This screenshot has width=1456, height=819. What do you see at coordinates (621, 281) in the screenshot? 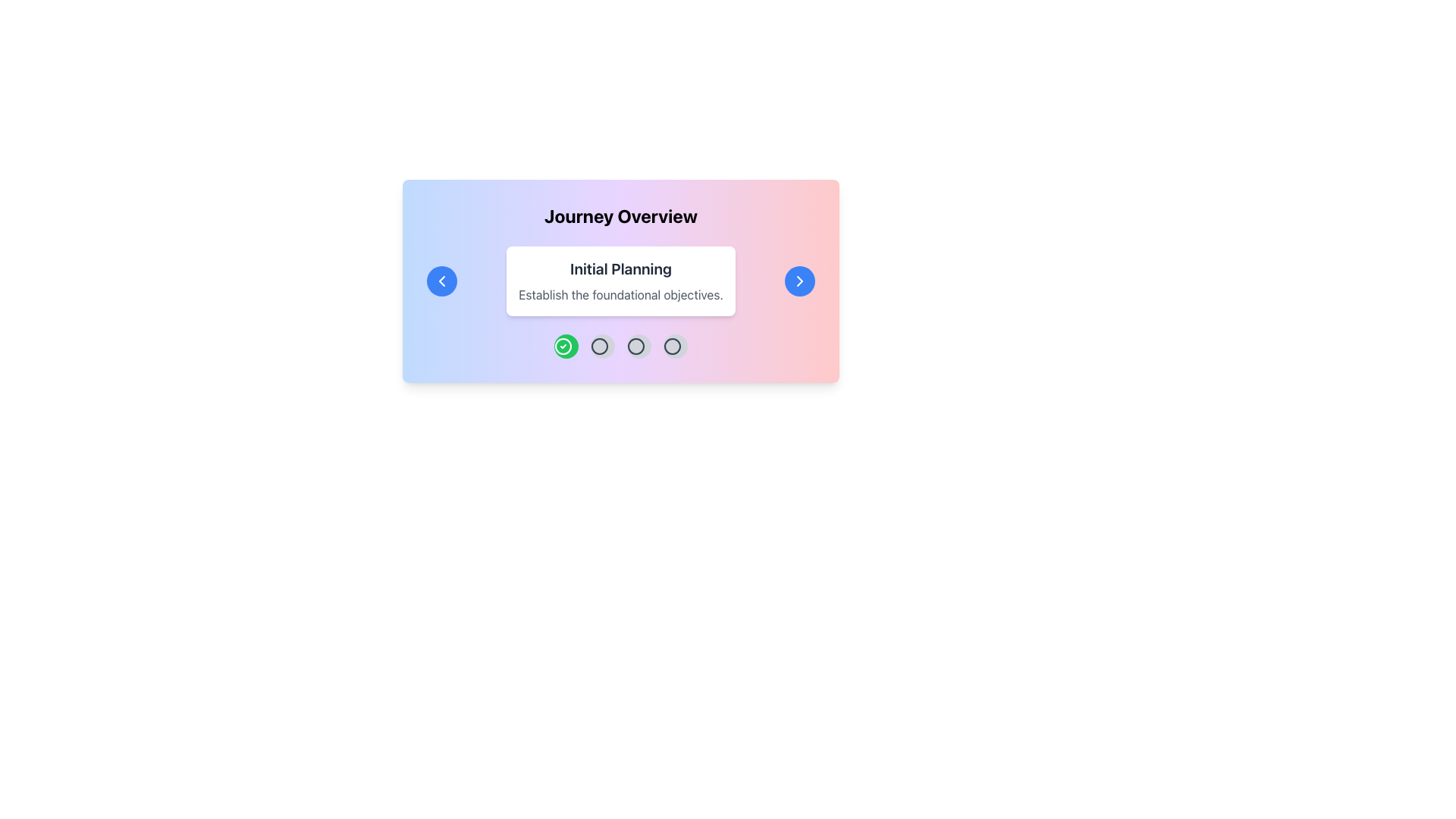
I see `the Text Content Block that describes a specific phase in the 'Journey Overview' card for potential highlighting` at bounding box center [621, 281].